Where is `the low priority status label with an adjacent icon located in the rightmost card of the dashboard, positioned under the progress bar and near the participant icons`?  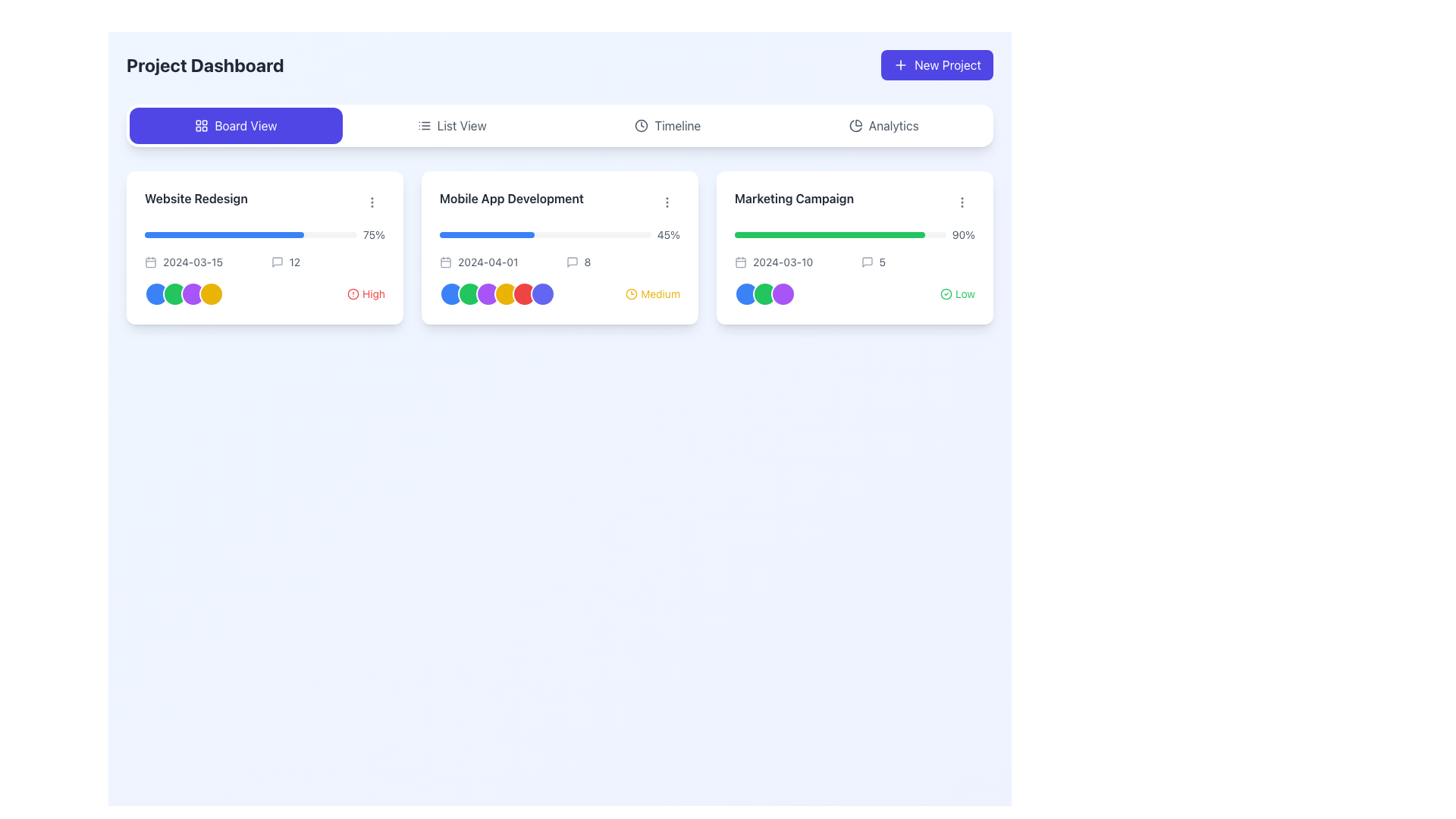
the low priority status label with an adjacent icon located in the rightmost card of the dashboard, positioned under the progress bar and near the participant icons is located at coordinates (956, 294).